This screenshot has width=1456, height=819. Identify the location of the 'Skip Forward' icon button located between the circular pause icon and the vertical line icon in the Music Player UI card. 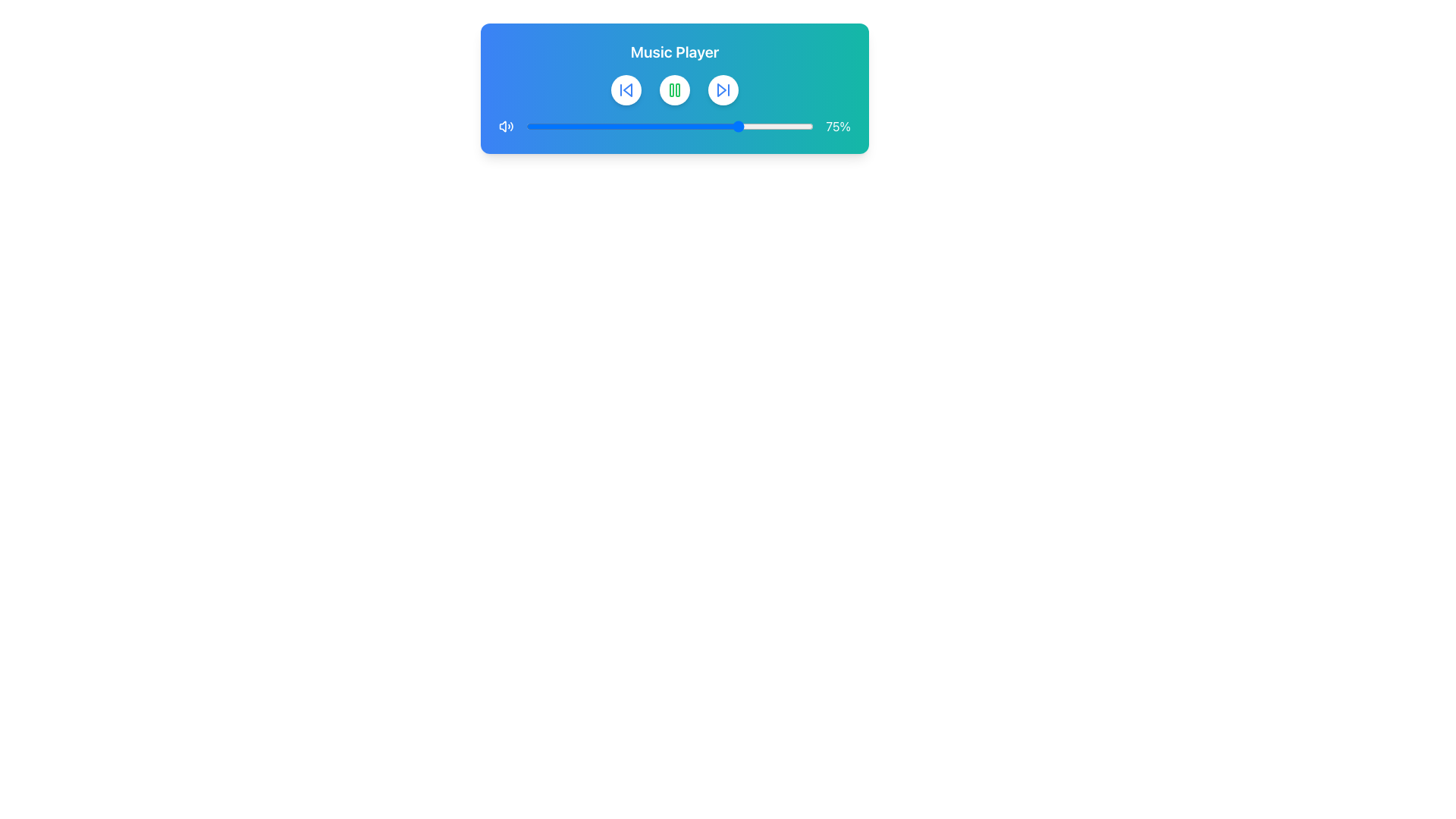
(720, 90).